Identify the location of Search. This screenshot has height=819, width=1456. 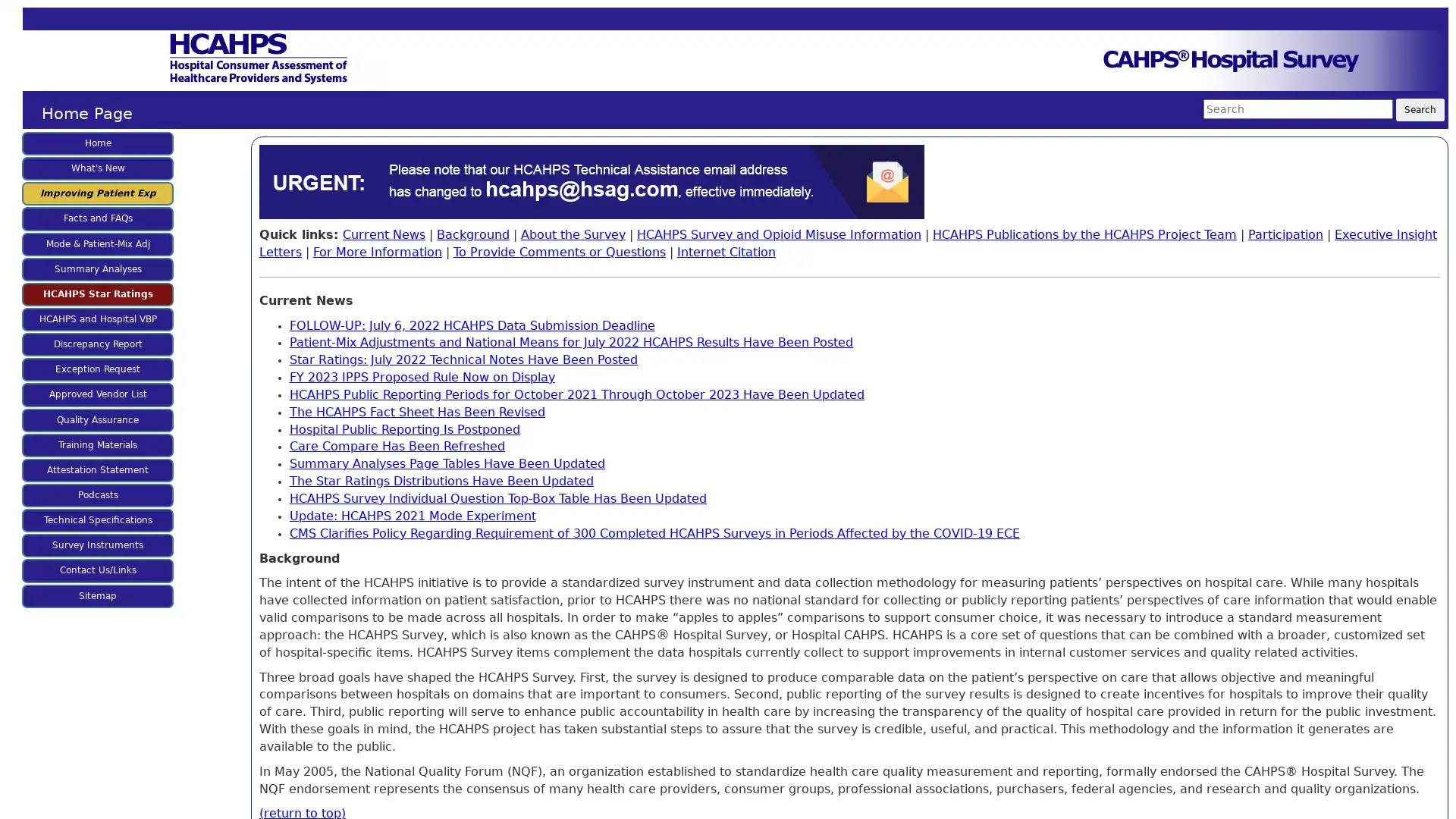
(1419, 109).